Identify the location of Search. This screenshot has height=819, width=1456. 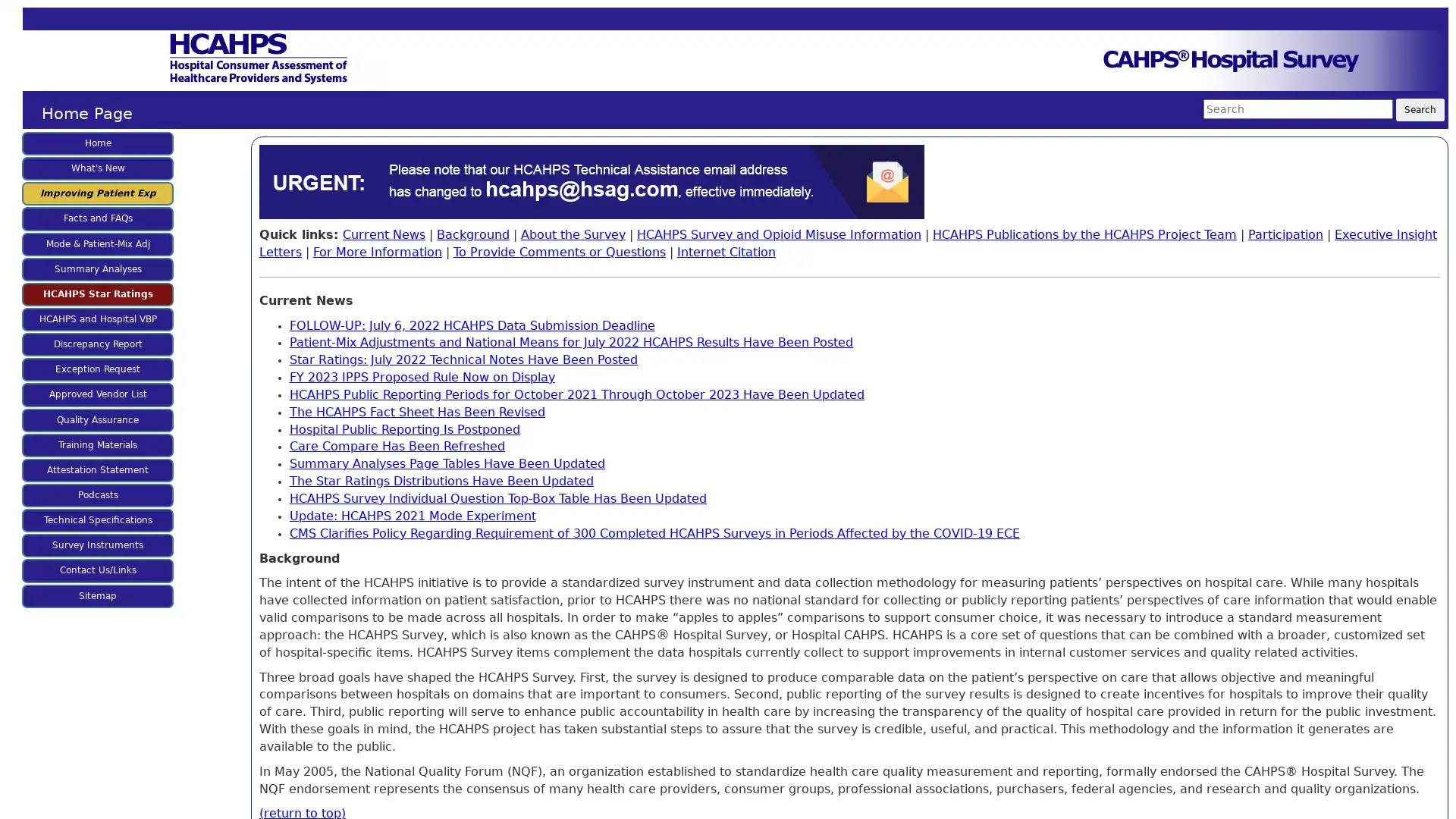
(1419, 109).